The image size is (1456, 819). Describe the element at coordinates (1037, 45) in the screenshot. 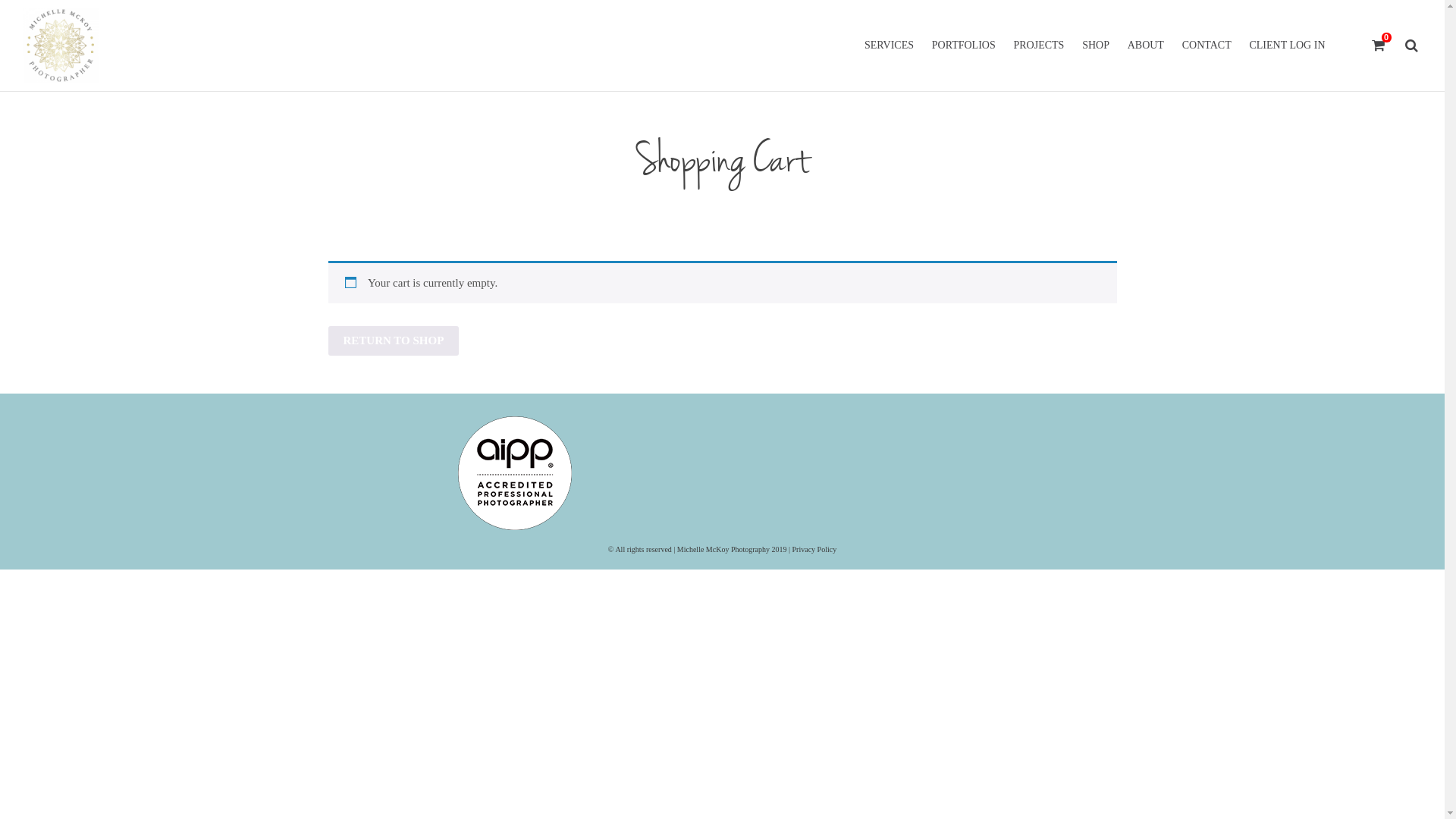

I see `'PROJECTS'` at that location.